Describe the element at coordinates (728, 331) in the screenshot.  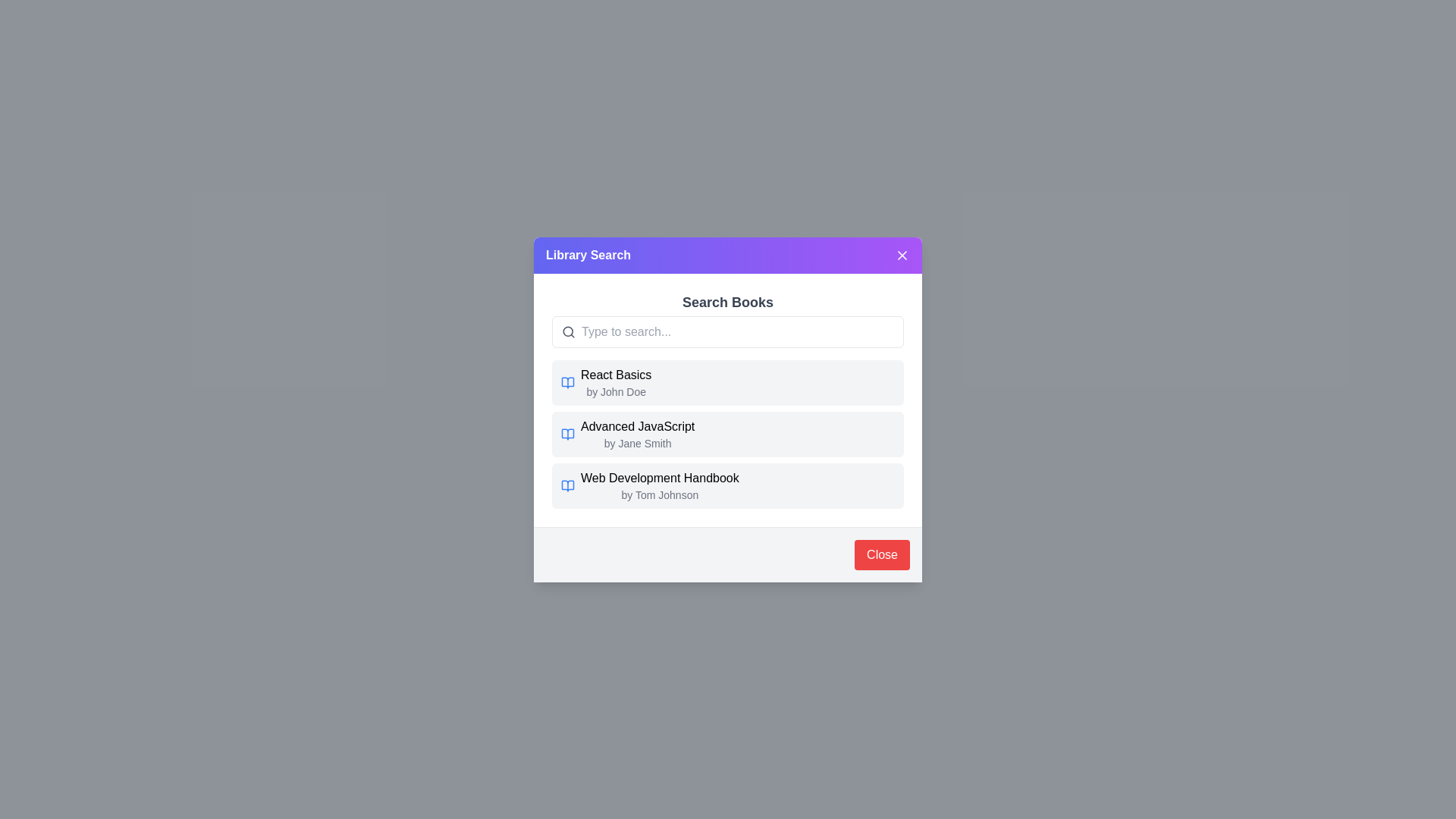
I see `inside the search input field with a rounded border and light gray background in the 'Search Books' dialog box to focus on it` at that location.